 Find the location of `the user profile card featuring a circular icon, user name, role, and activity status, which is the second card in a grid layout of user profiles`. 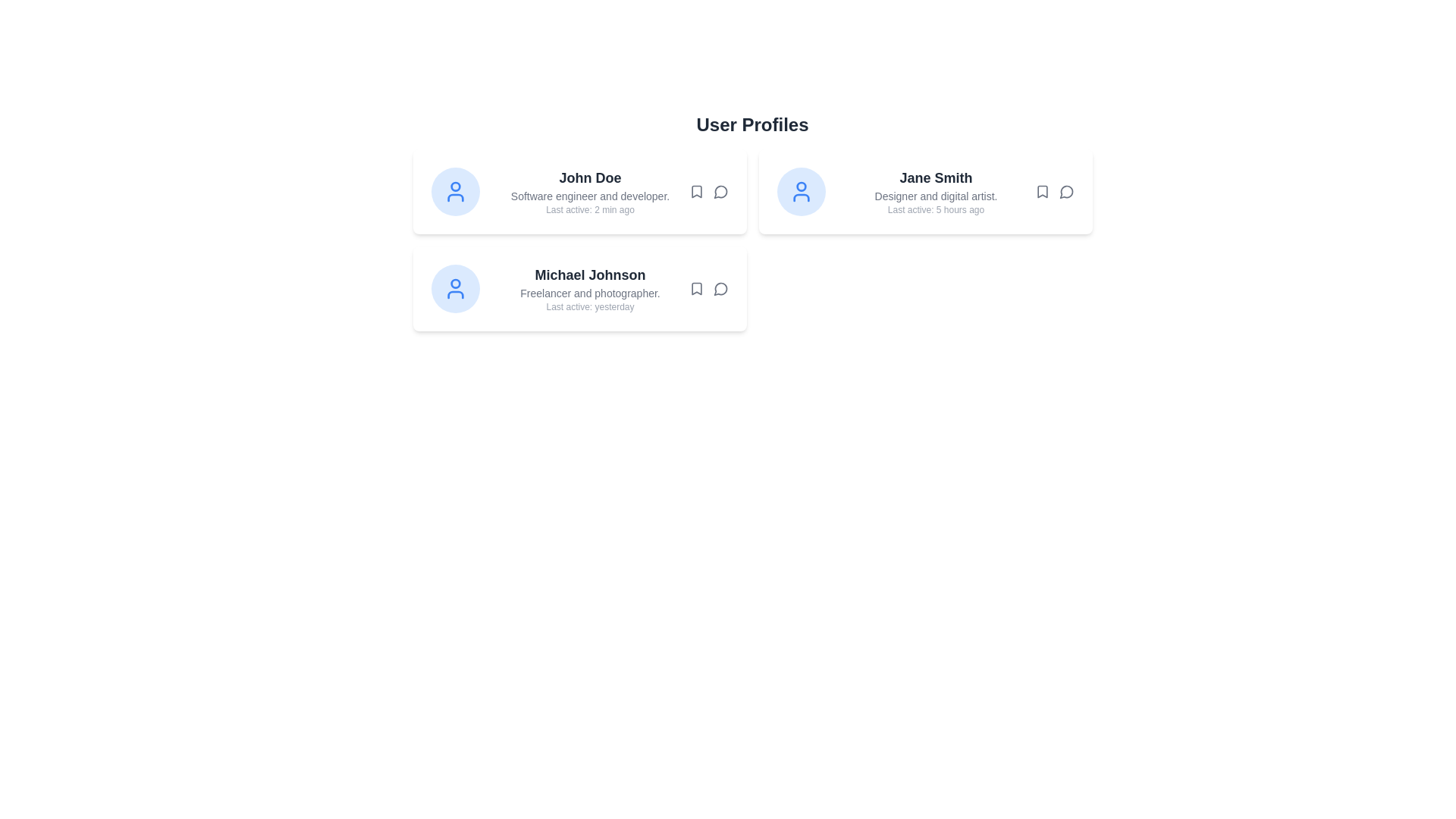

the user profile card featuring a circular icon, user name, role, and activity status, which is the second card in a grid layout of user profiles is located at coordinates (924, 191).